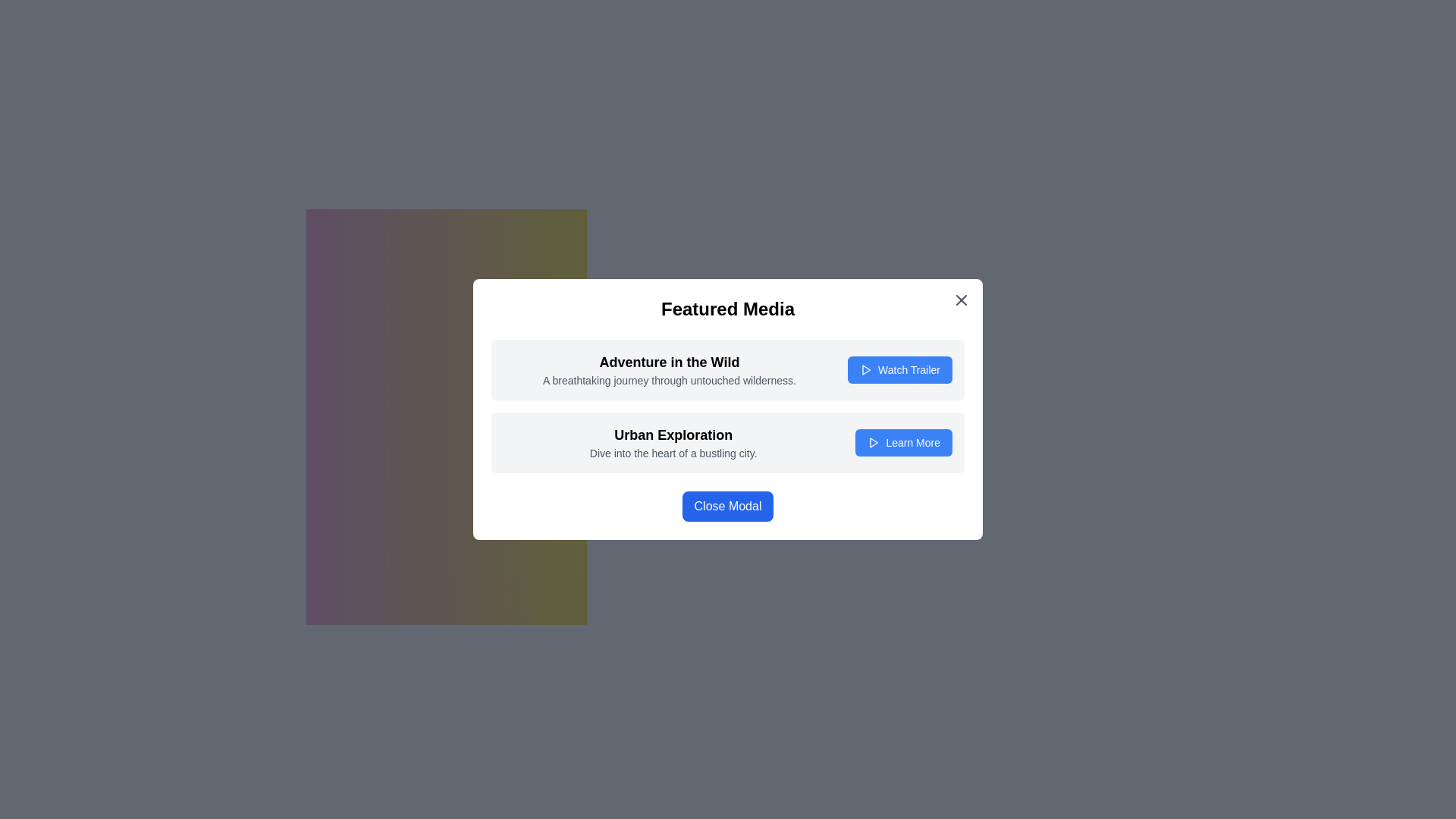 This screenshot has height=819, width=1456. What do you see at coordinates (673, 442) in the screenshot?
I see `the static text block displaying 'Urban Exploration' which includes a bold header and a lighter paragraph, located beneath the 'Adventure in the Wild' section` at bounding box center [673, 442].